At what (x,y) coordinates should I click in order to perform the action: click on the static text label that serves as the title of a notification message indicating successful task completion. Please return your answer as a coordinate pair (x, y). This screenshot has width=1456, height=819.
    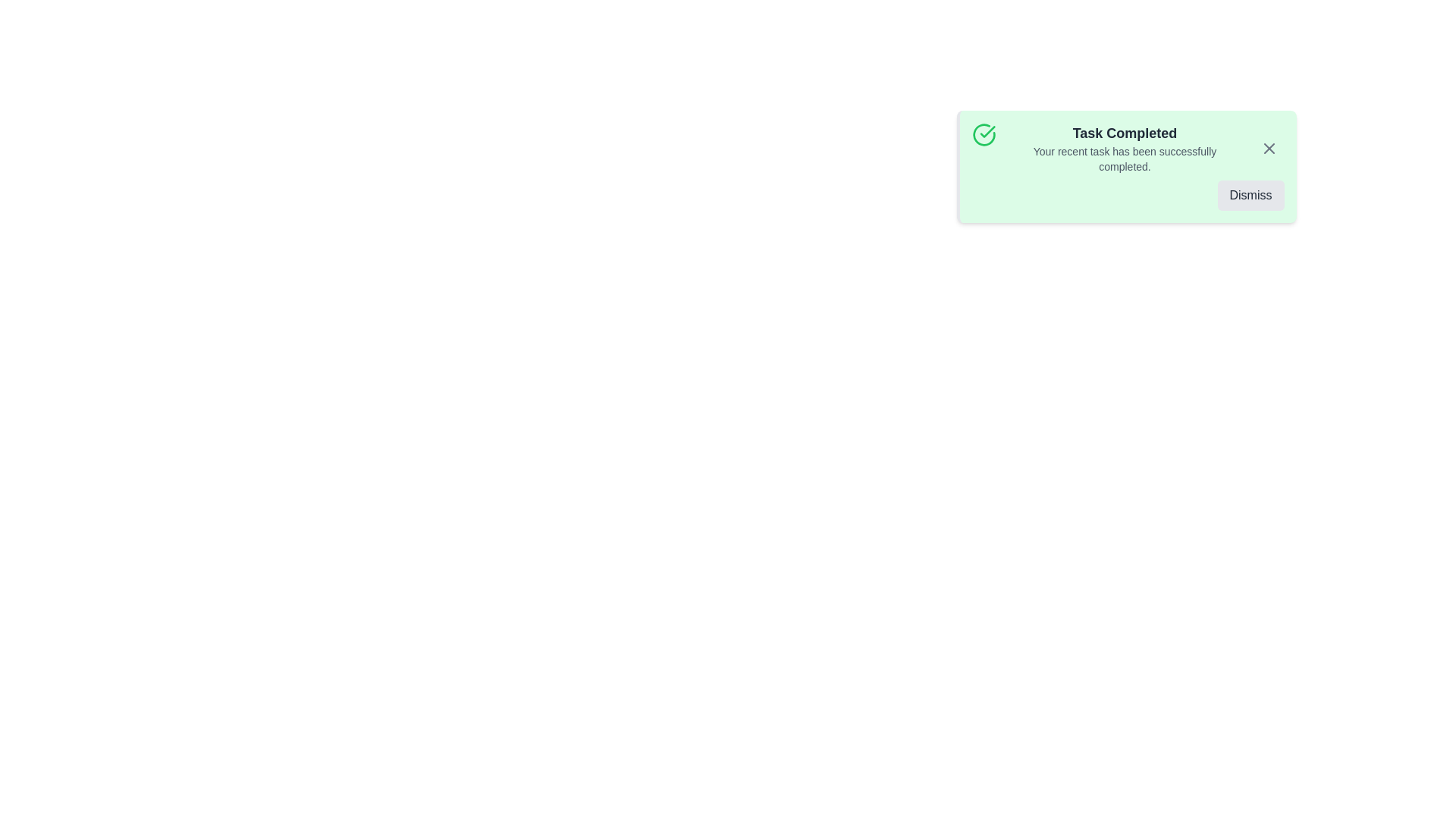
    Looking at the image, I should click on (1125, 133).